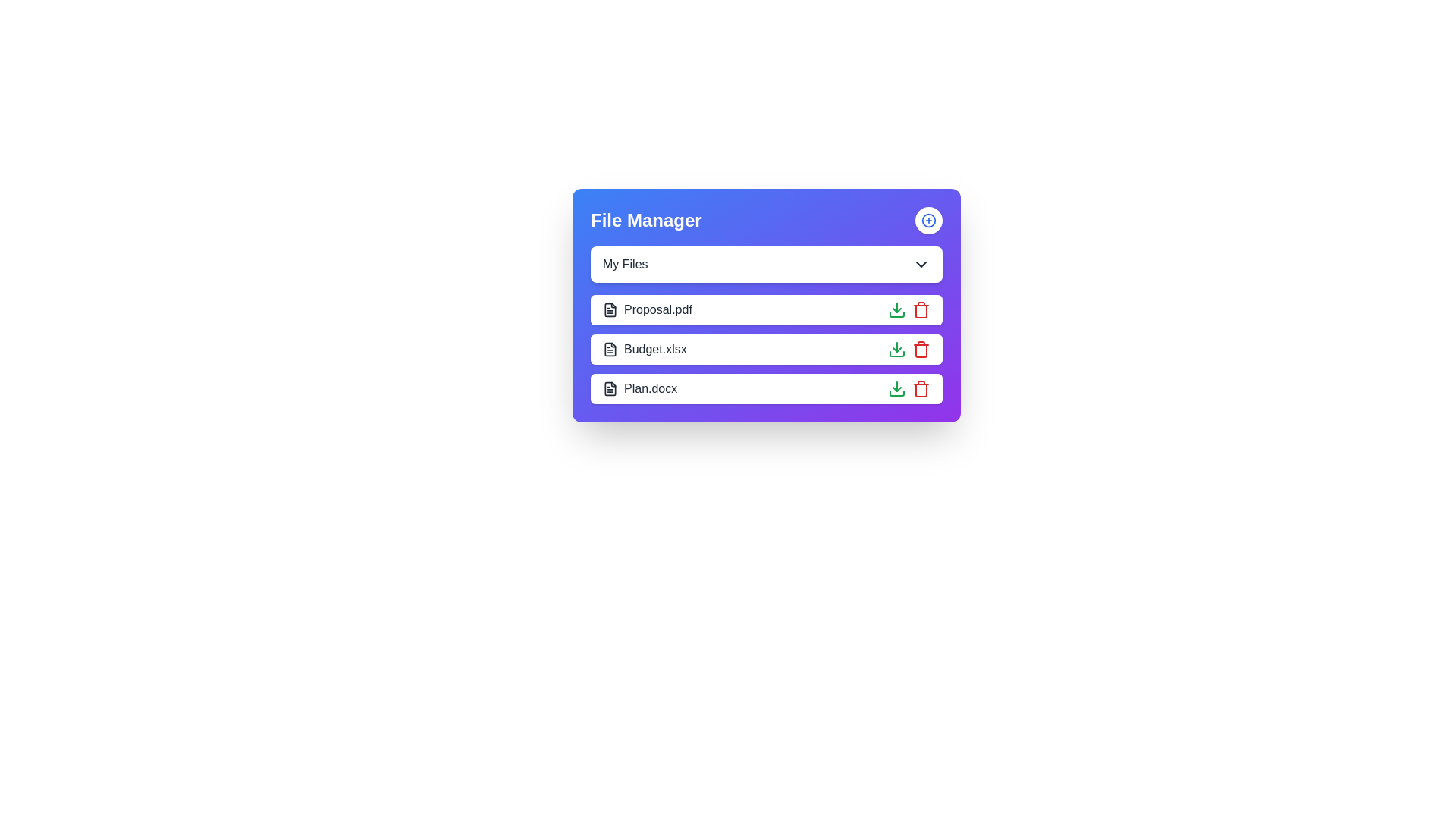 The height and width of the screenshot is (819, 1456). I want to click on the delete button associated with the file entry 'Budget.xlsx', so click(920, 350).